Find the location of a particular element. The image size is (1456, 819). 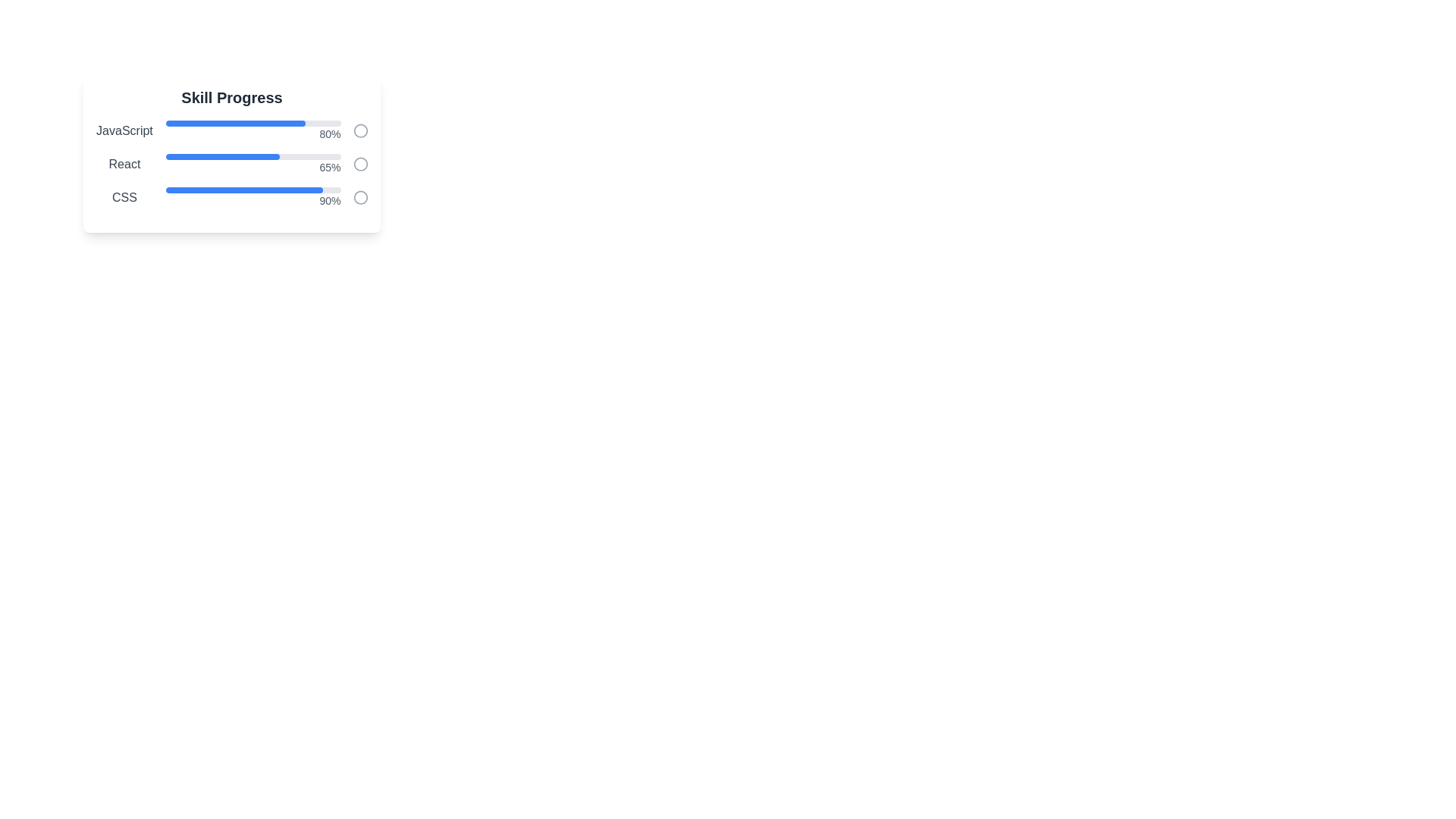

the circular UI indicator with a gray outline located next to the 'React' skill progress line in the skill progress card is located at coordinates (359, 164).